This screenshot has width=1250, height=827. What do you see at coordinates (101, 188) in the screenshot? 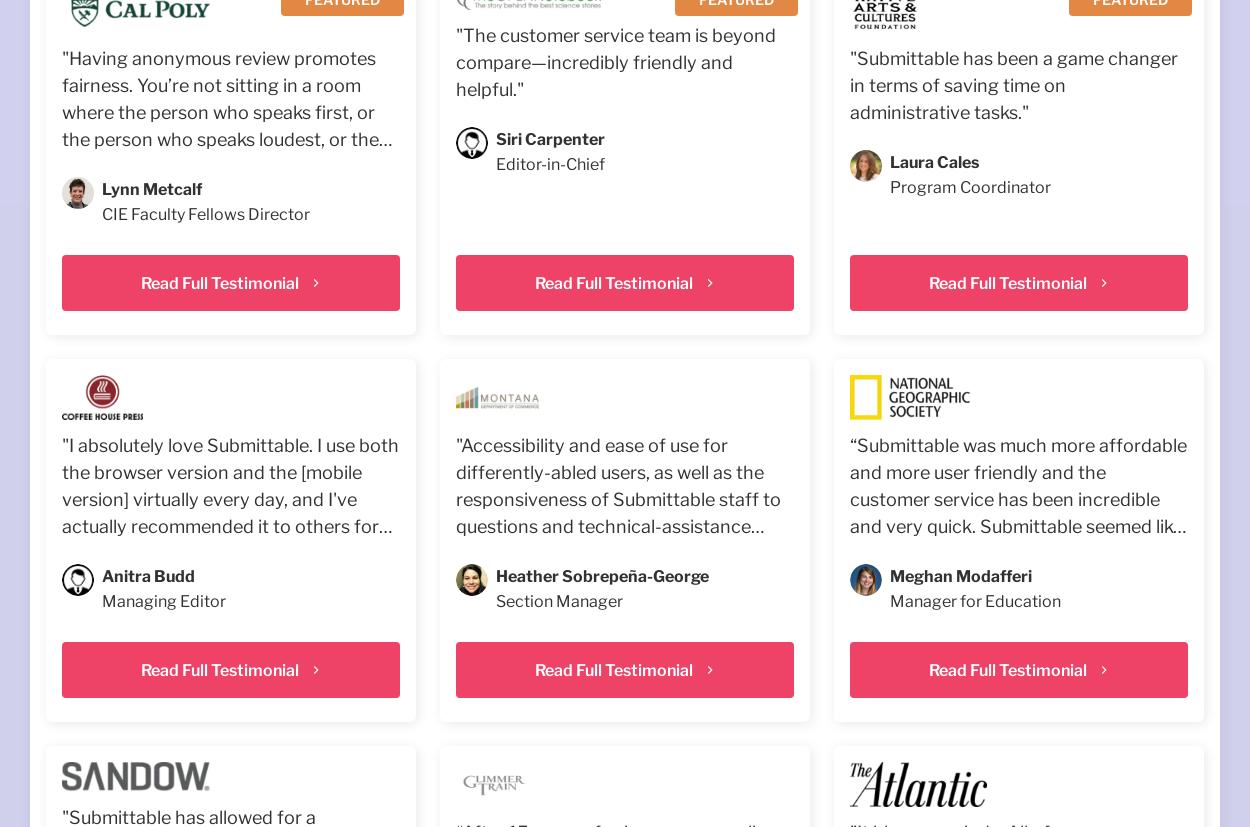
I see `'Lynn Metcalf'` at bounding box center [101, 188].